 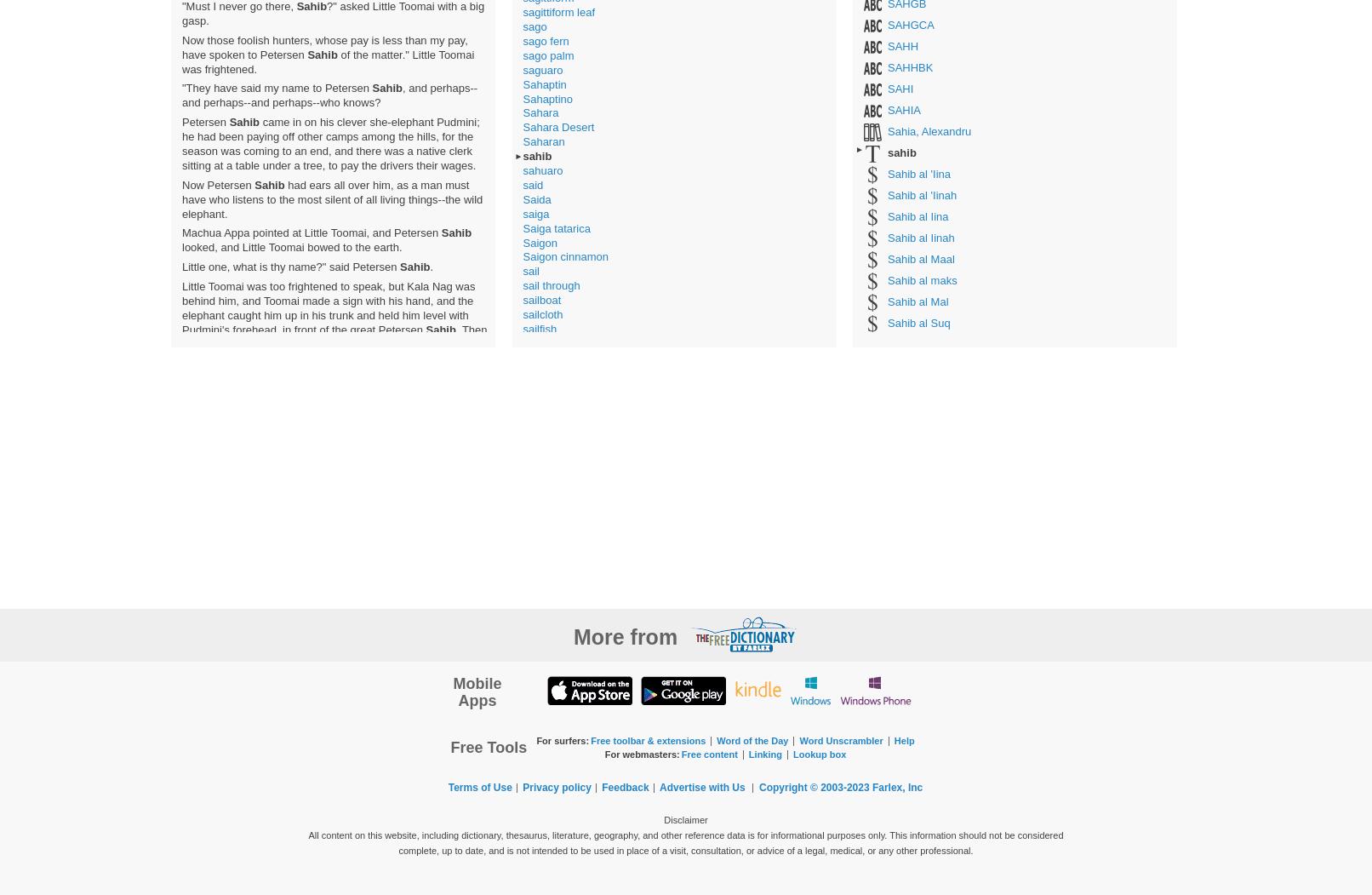 What do you see at coordinates (840, 738) in the screenshot?
I see `'Word Unscrambler'` at bounding box center [840, 738].